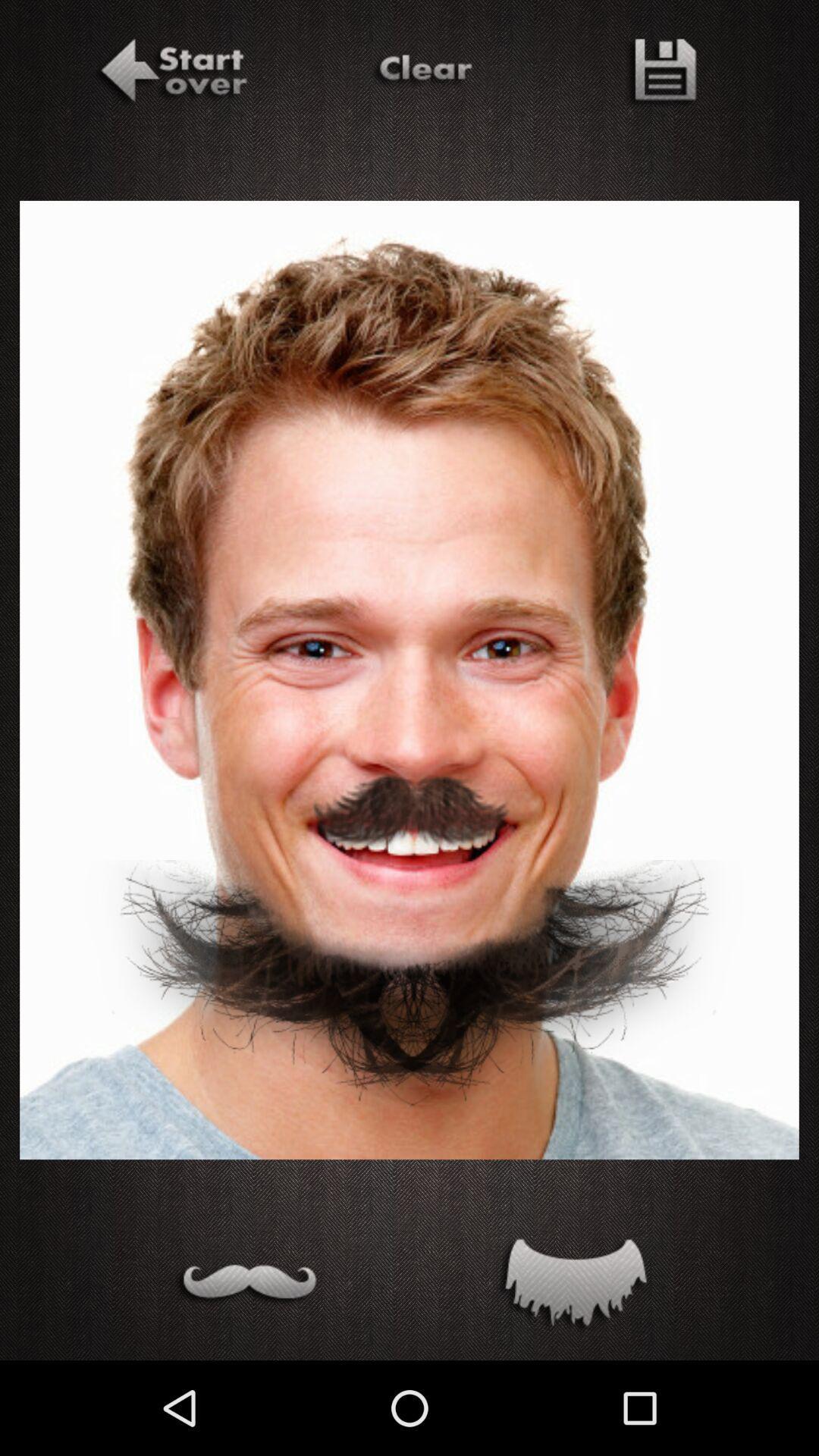 The image size is (819, 1456). What do you see at coordinates (572, 1285) in the screenshot?
I see `choose a beard option` at bounding box center [572, 1285].